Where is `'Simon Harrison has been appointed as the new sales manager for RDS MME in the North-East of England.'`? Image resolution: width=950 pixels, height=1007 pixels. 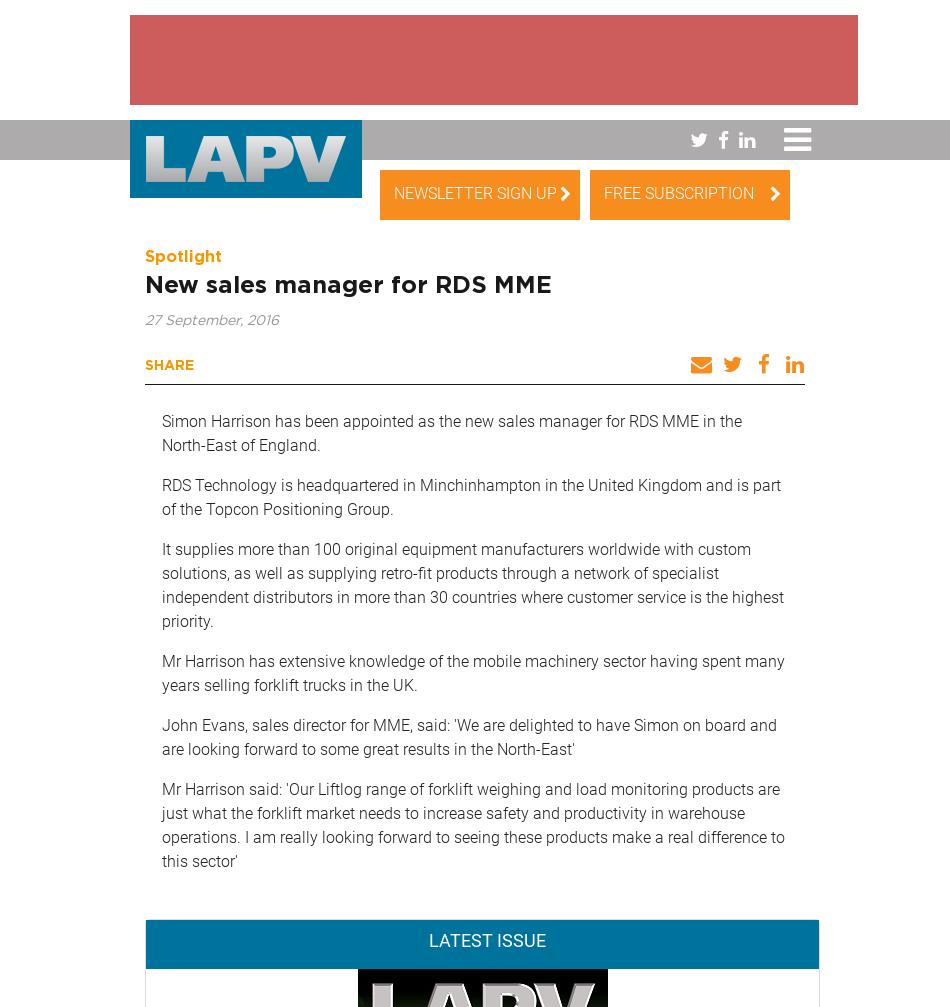
'Simon Harrison has been appointed as the new sales manager for RDS MME in the North-East of England.' is located at coordinates (449, 432).